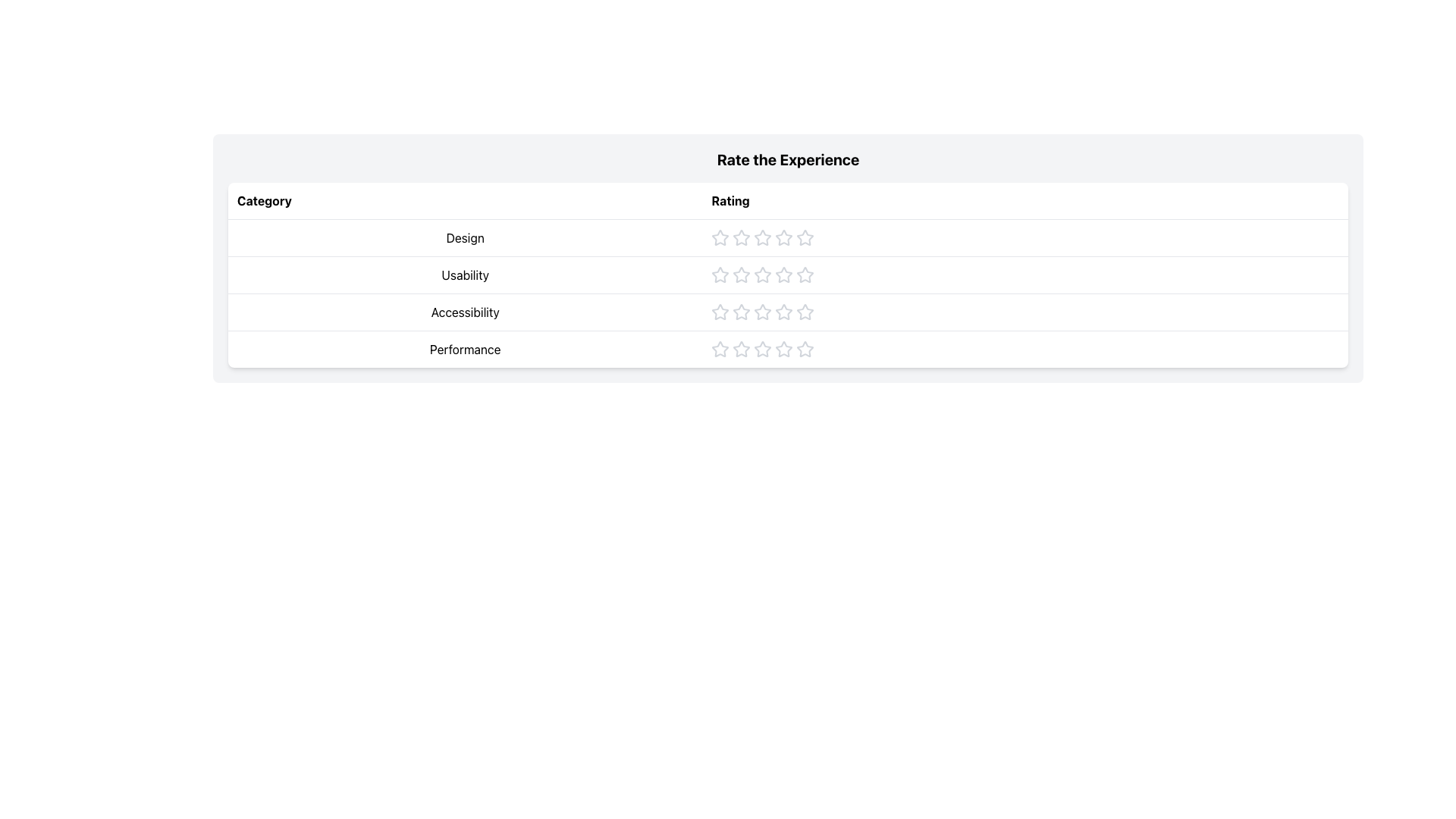  What do you see at coordinates (720, 312) in the screenshot?
I see `the first star icon in the 'Accessibility' row` at bounding box center [720, 312].